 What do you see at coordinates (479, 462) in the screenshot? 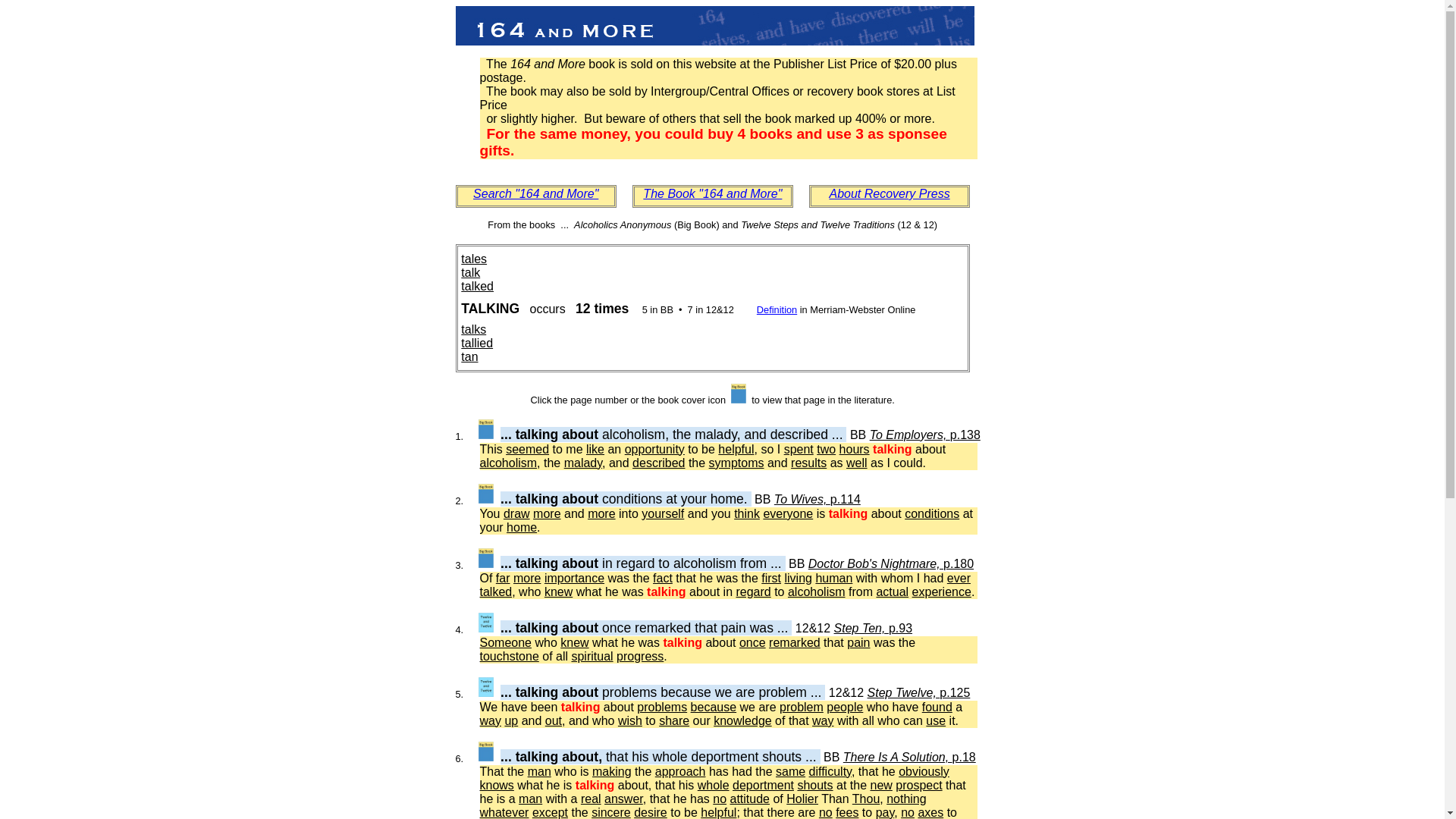
I see `'alcoholism'` at bounding box center [479, 462].